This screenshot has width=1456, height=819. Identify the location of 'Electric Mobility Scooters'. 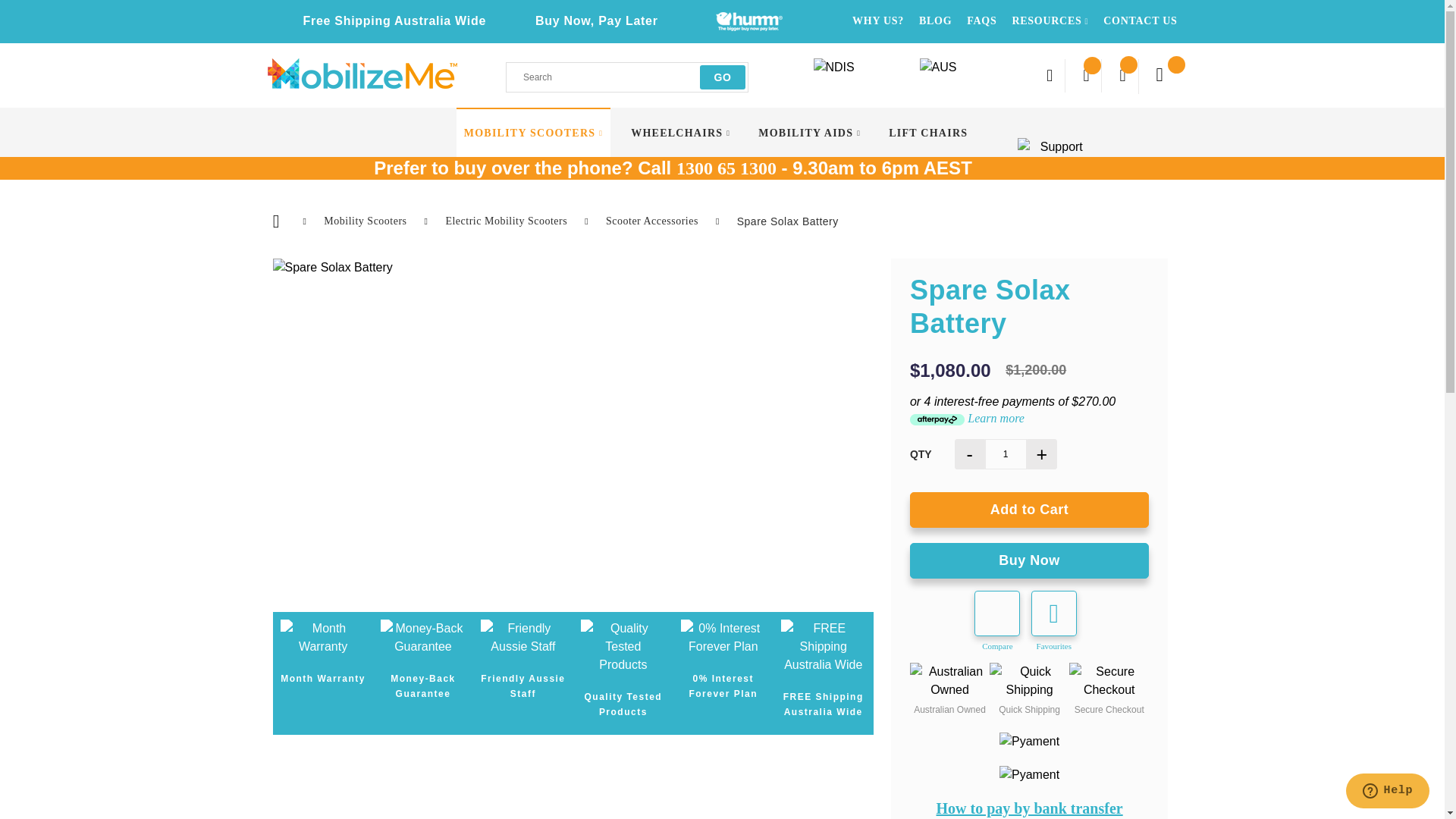
(507, 221).